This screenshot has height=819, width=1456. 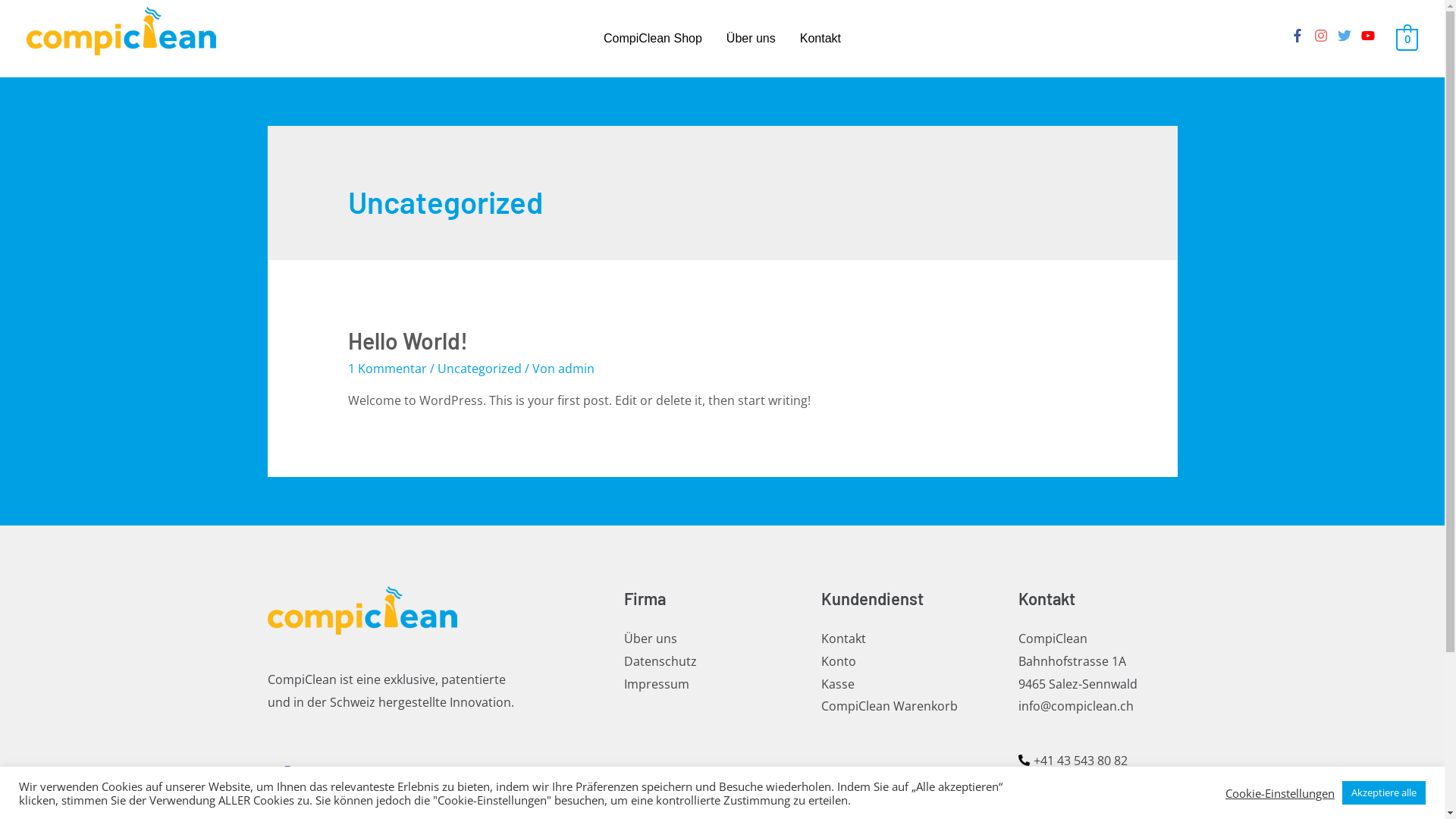 I want to click on 'Uncategorized', so click(x=436, y=369).